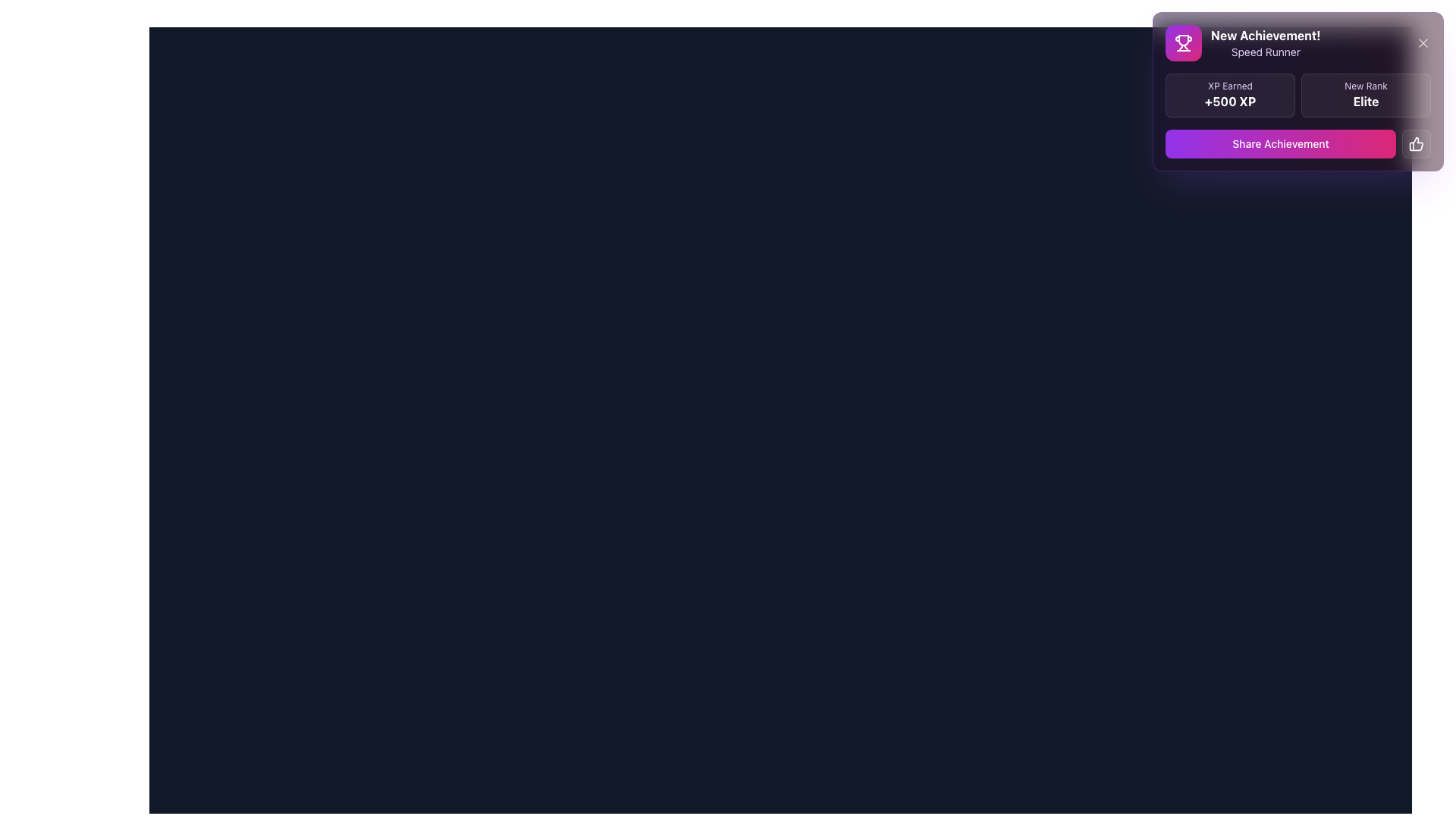 Image resolution: width=1456 pixels, height=819 pixels. Describe the element at coordinates (1266, 52) in the screenshot. I see `the 'Speed Runner' text label, which is styled in a small font size with a purple tint and located in the upper-right corner of the notification panel, directly below 'New Achievement!'` at that location.